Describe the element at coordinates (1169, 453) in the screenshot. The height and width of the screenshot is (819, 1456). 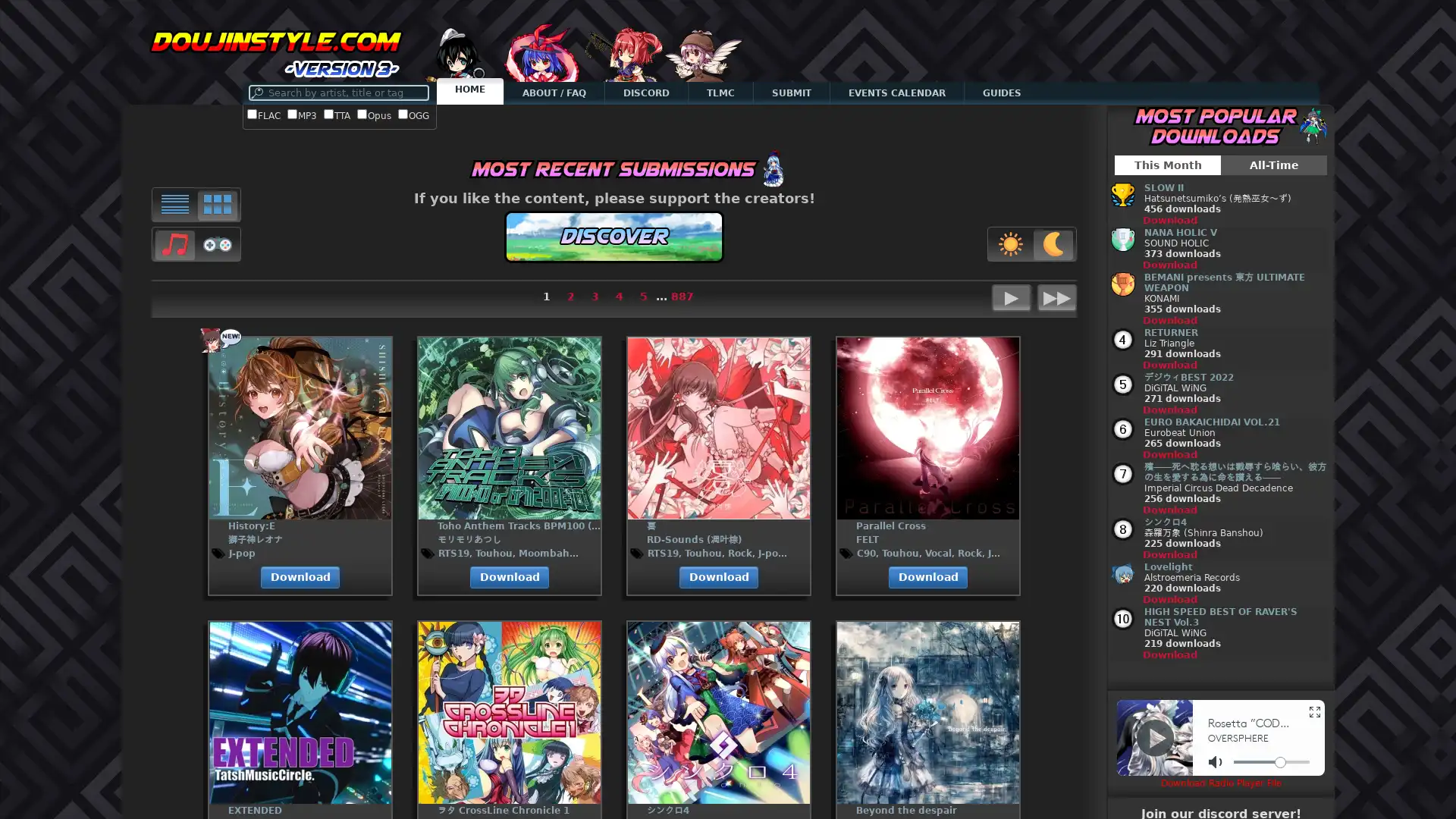
I see `Download` at that location.